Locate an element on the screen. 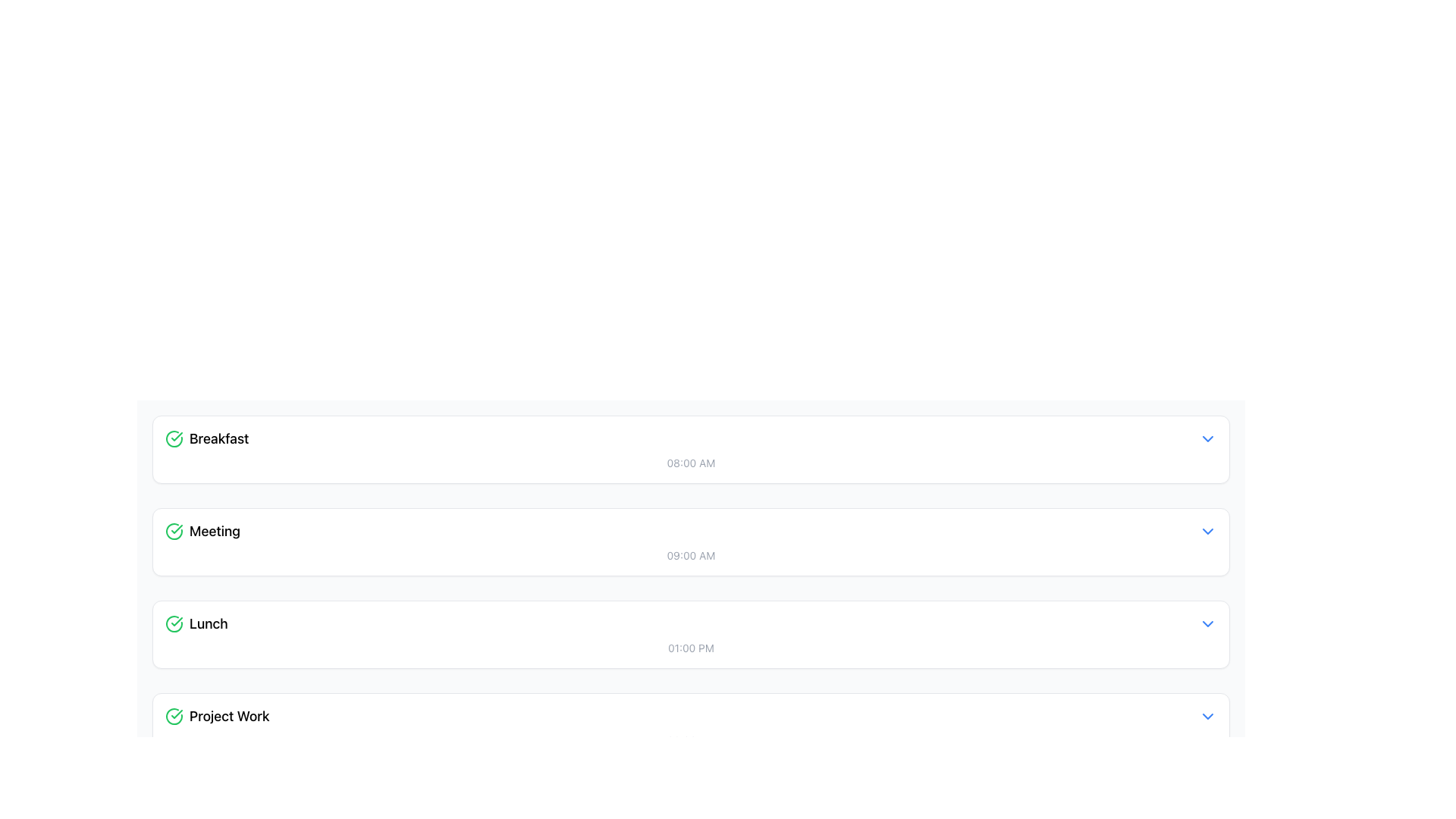 The width and height of the screenshot is (1456, 819). the circular green icon with a checkmark that is adjacent to the text 'Project Work', located at the bottom of a vertically stacked list is located at coordinates (174, 717).